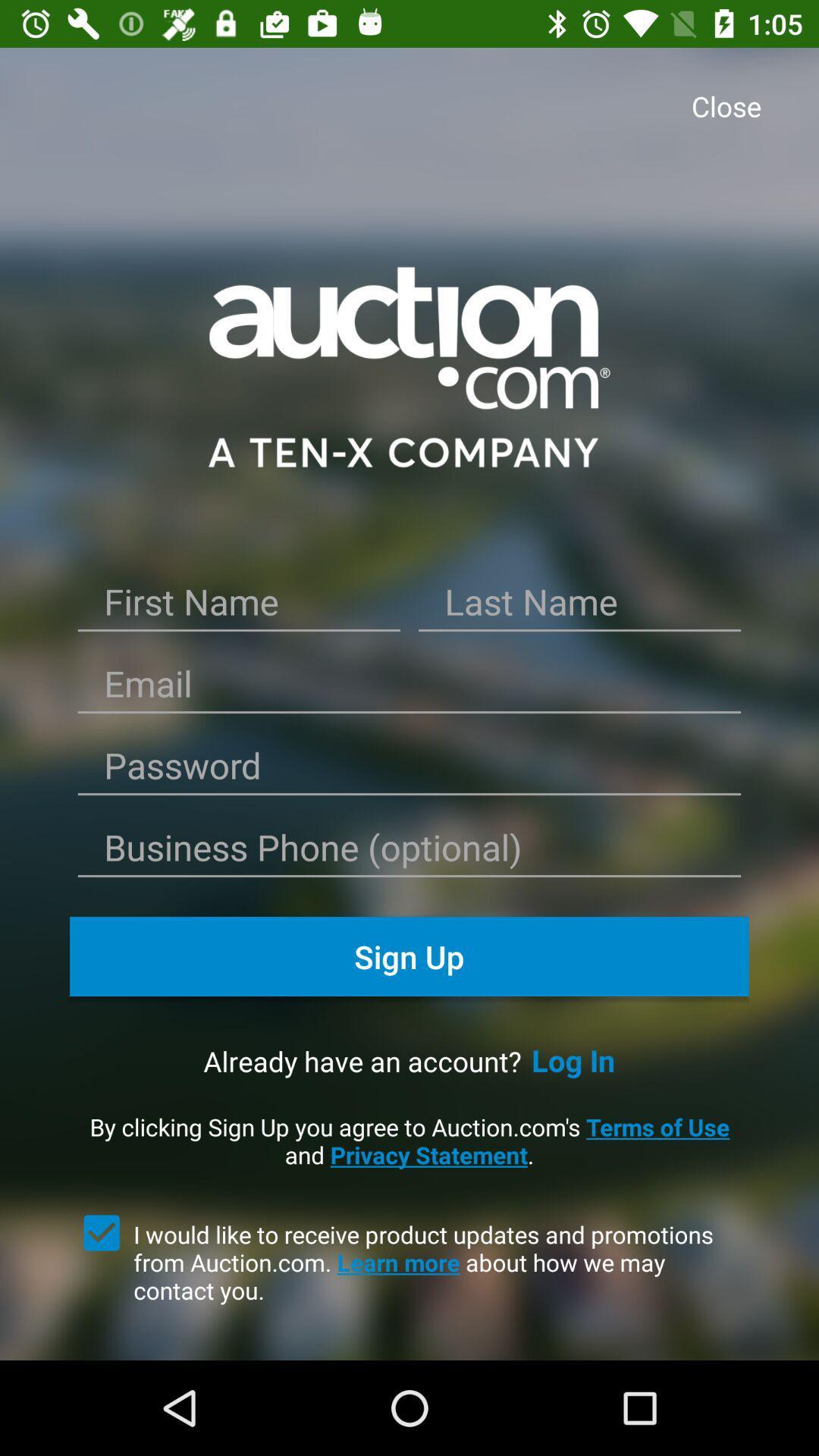 This screenshot has width=819, height=1456. Describe the element at coordinates (573, 1059) in the screenshot. I see `the log in` at that location.